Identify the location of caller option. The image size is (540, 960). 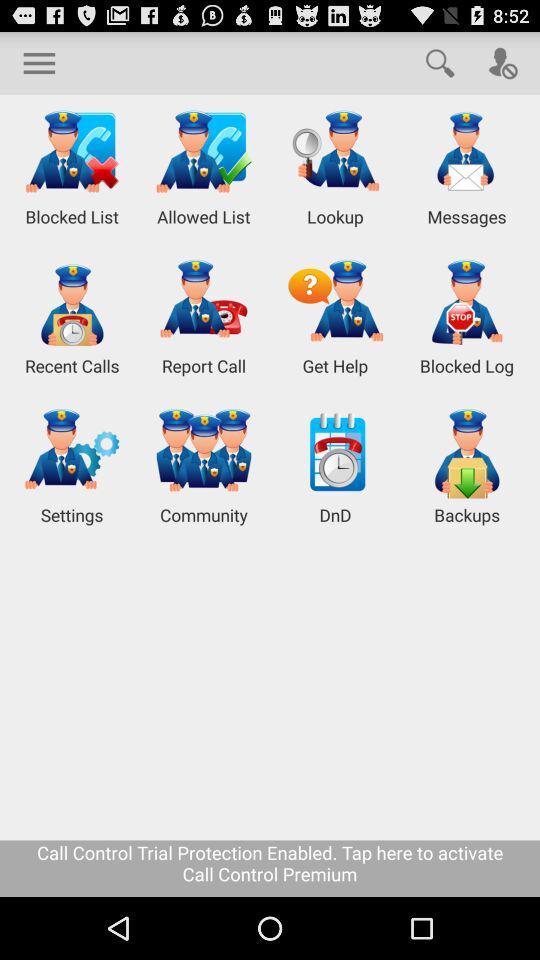
(502, 62).